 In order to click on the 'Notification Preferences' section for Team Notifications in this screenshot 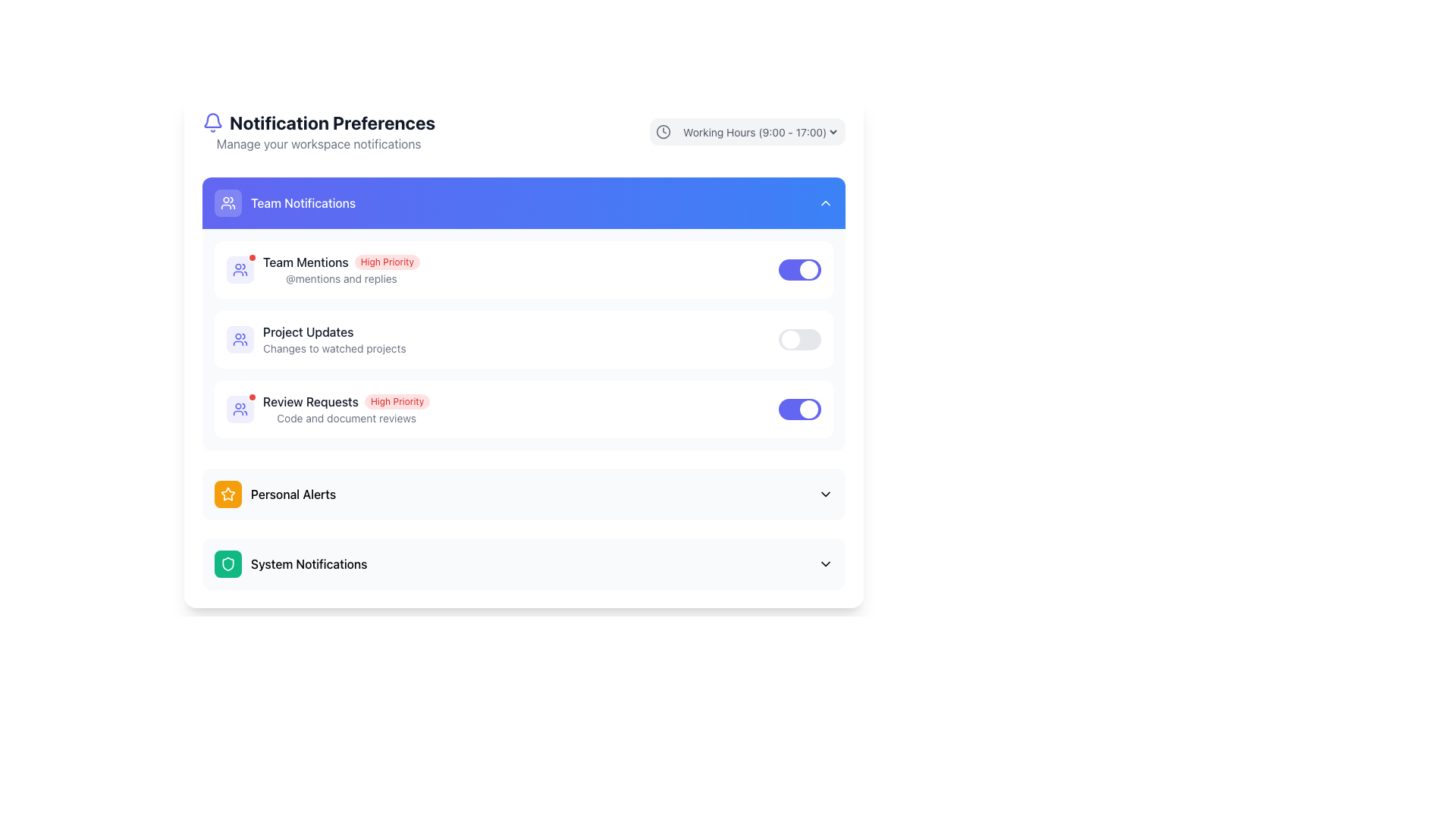, I will do `click(524, 312)`.